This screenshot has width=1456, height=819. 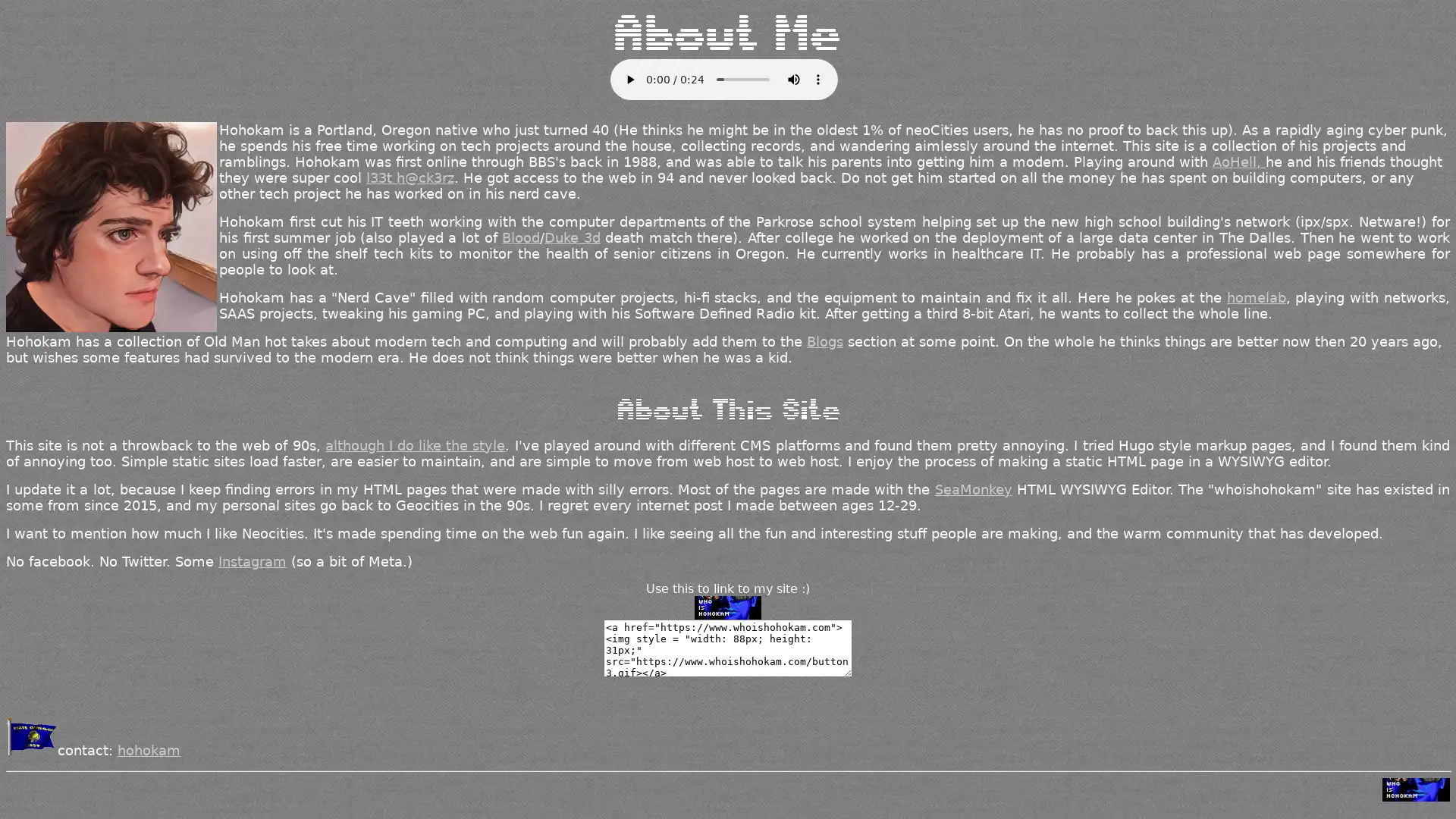 I want to click on show more media controls, so click(x=817, y=79).